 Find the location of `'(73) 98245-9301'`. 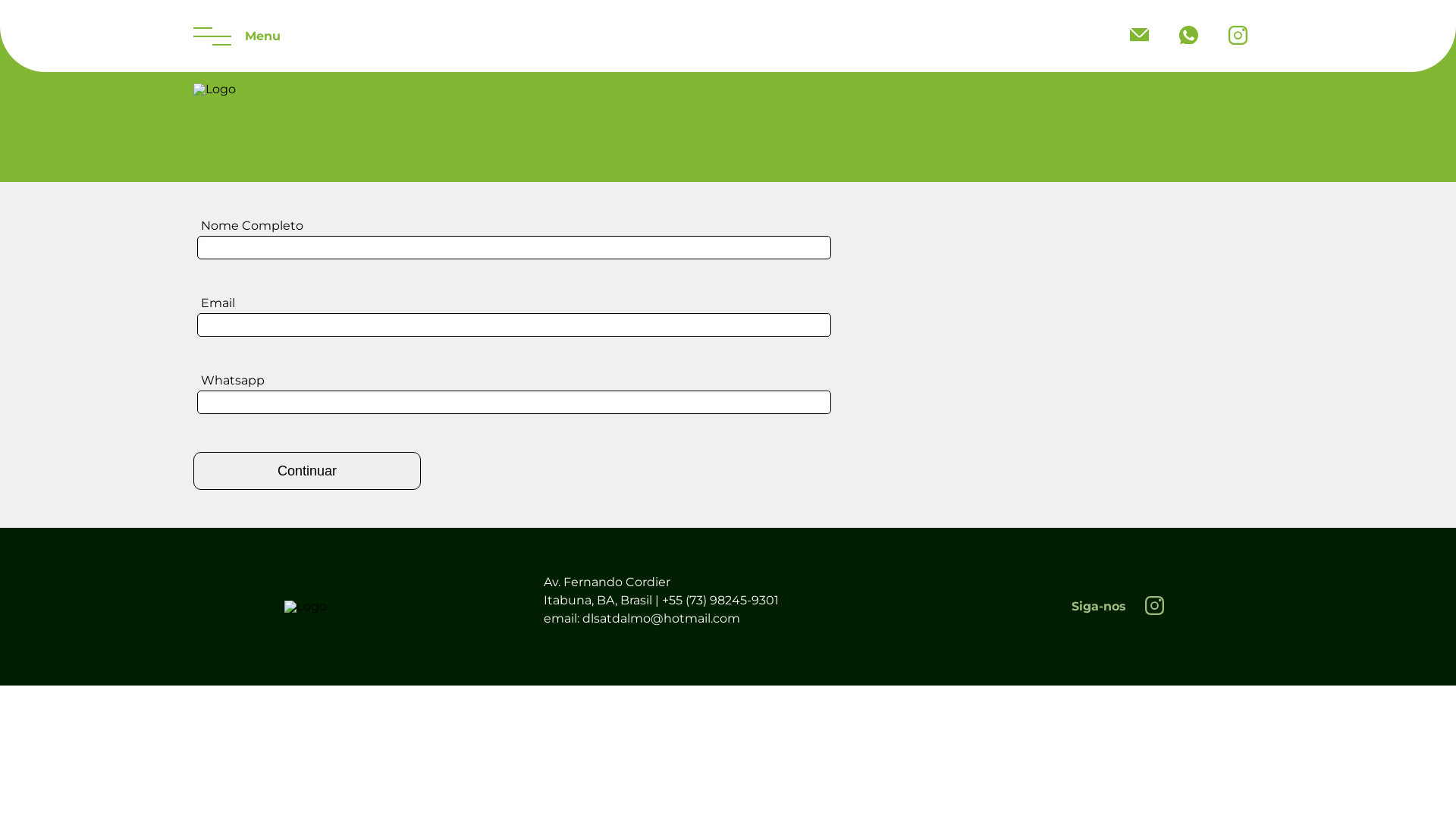

'(73) 98245-9301' is located at coordinates (1188, 35).